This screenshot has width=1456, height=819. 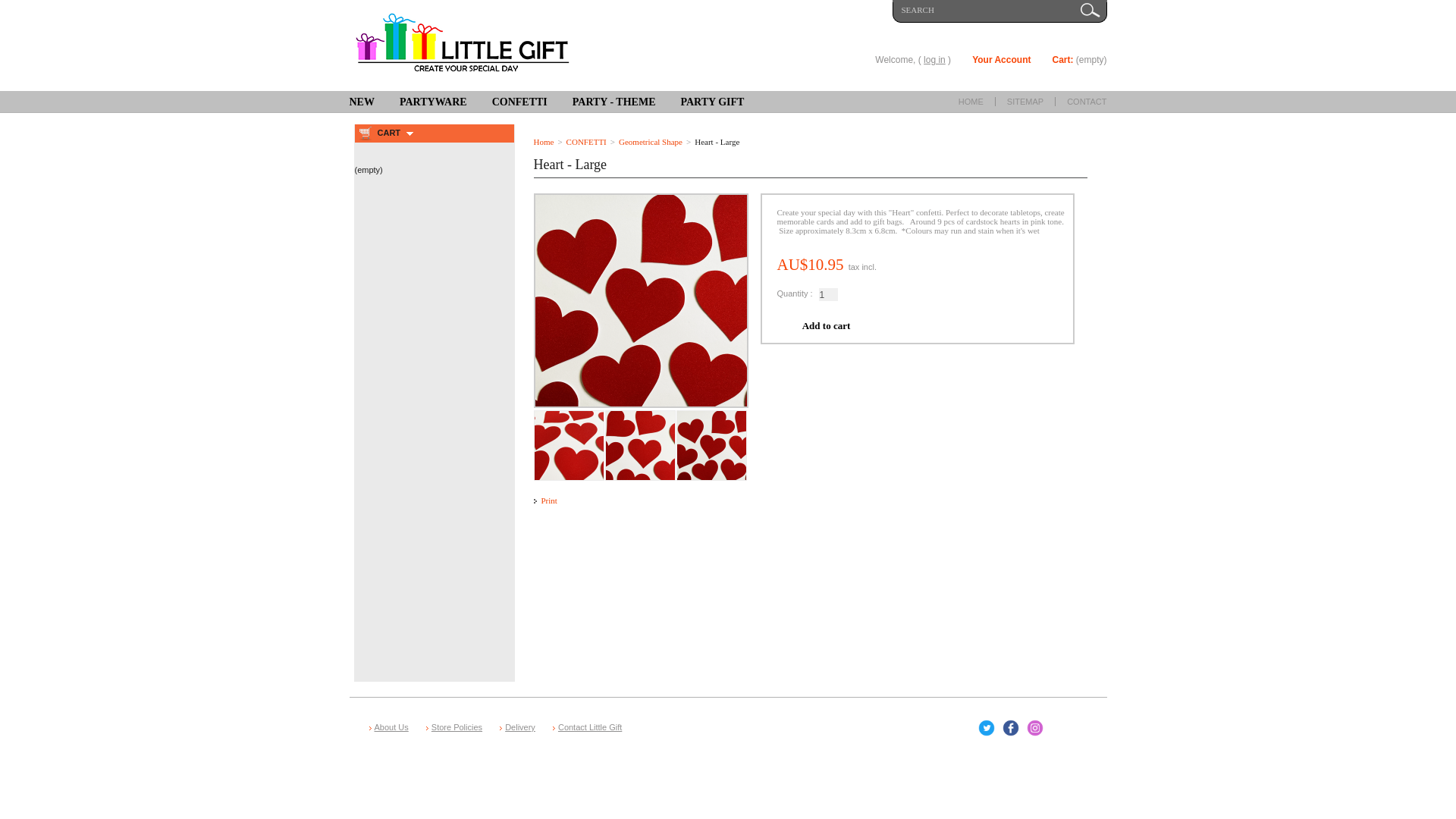 I want to click on 'Cart:', so click(x=1062, y=58).